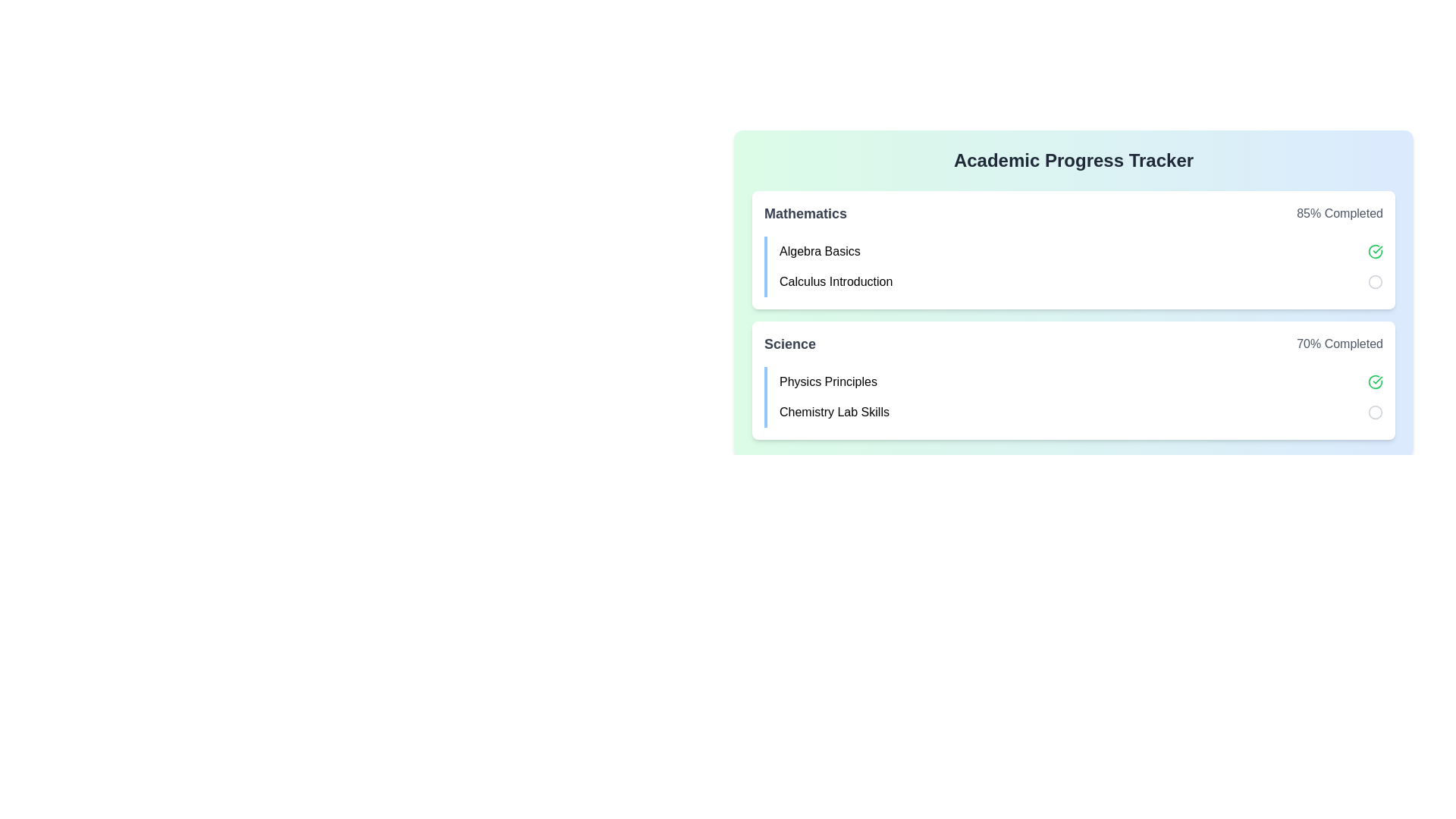 This screenshot has width=1456, height=819. What do you see at coordinates (827, 381) in the screenshot?
I see `the static text element representing the educational topic in the 'Science' section` at bounding box center [827, 381].